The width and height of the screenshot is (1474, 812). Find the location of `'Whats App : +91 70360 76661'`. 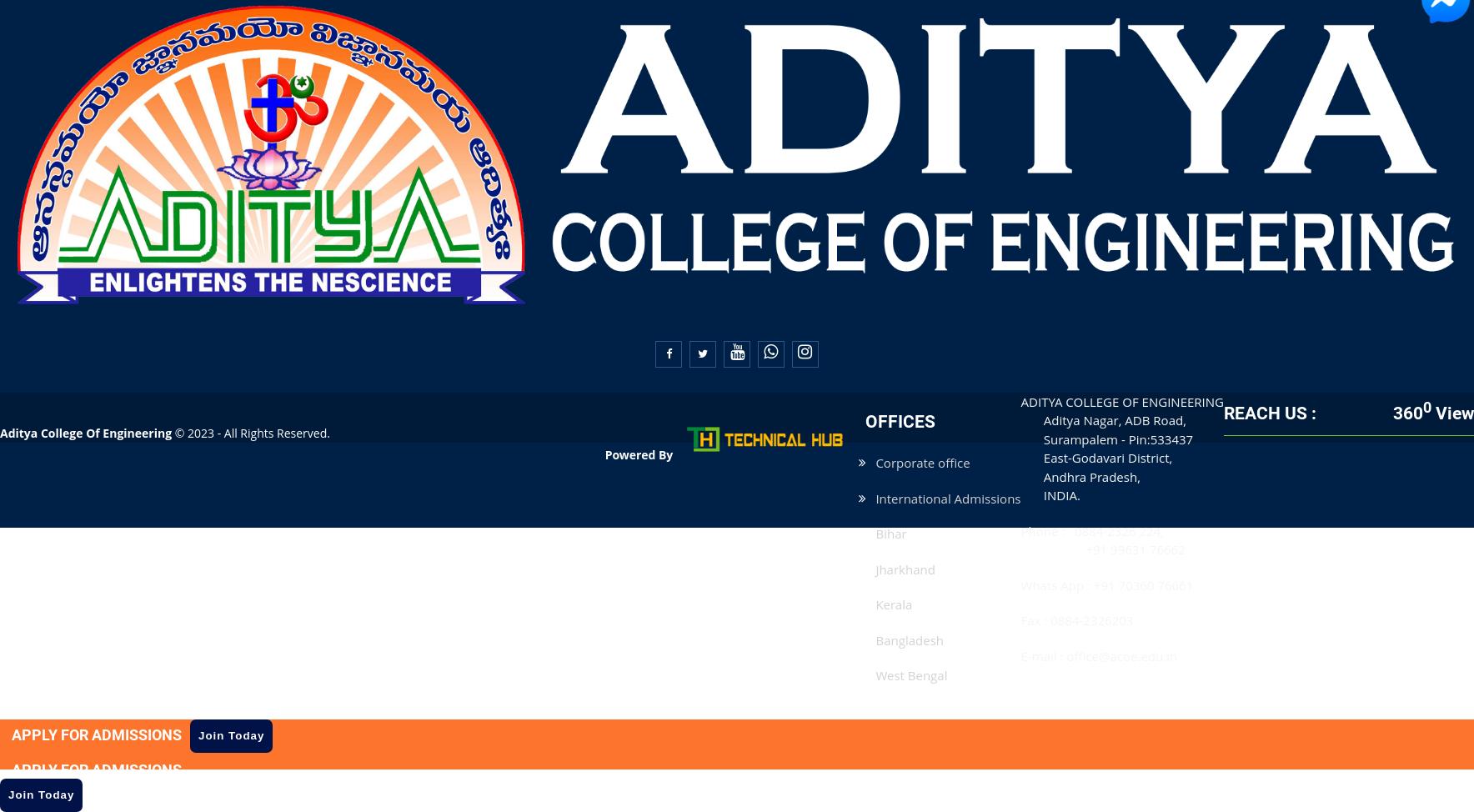

'Whats App : +91 70360 76661' is located at coordinates (1105, 584).